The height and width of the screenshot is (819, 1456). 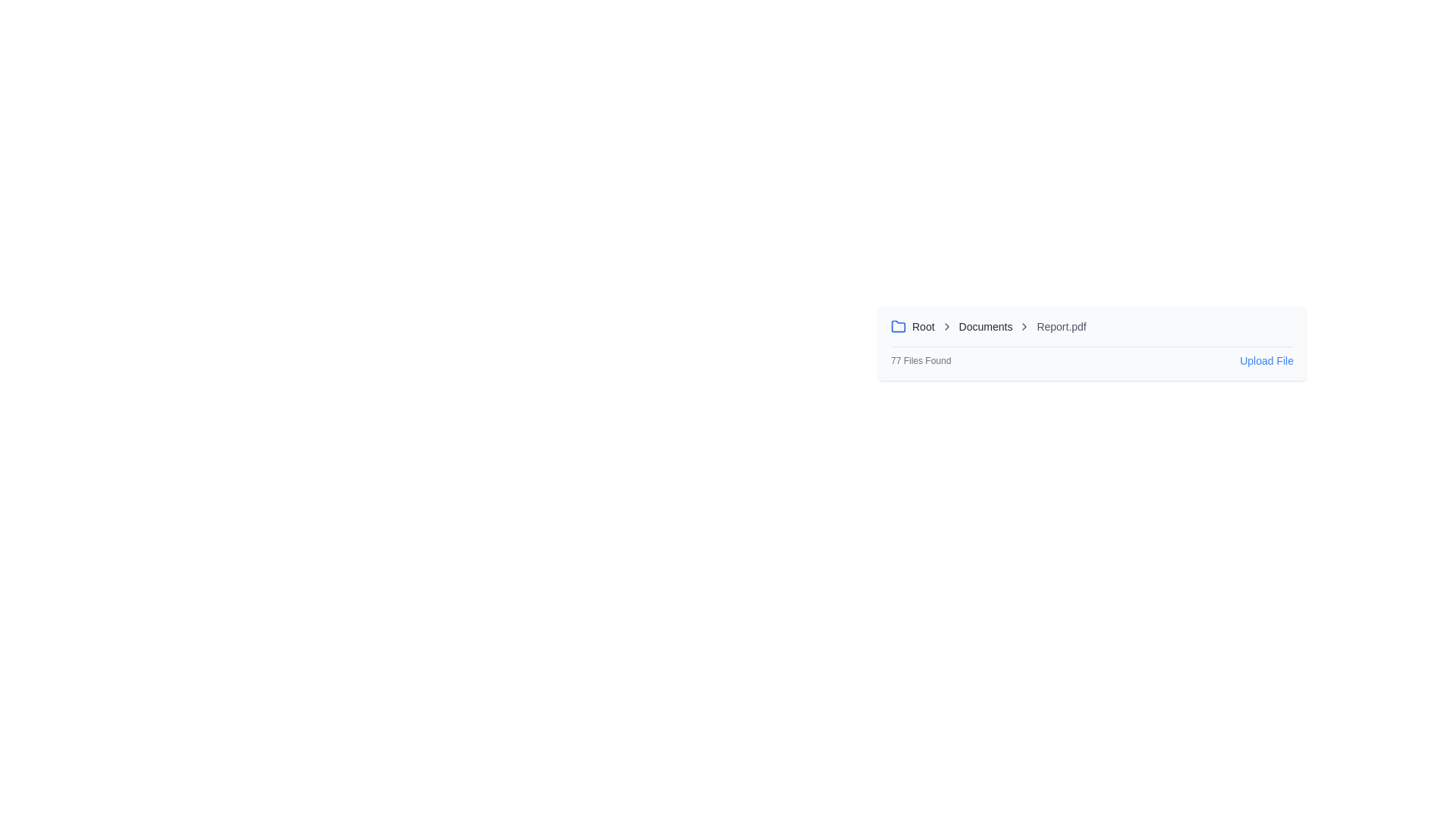 I want to click on the first clickable text label in the breadcrumb navigation bar, which indicates the root folder or directory, so click(x=922, y=326).